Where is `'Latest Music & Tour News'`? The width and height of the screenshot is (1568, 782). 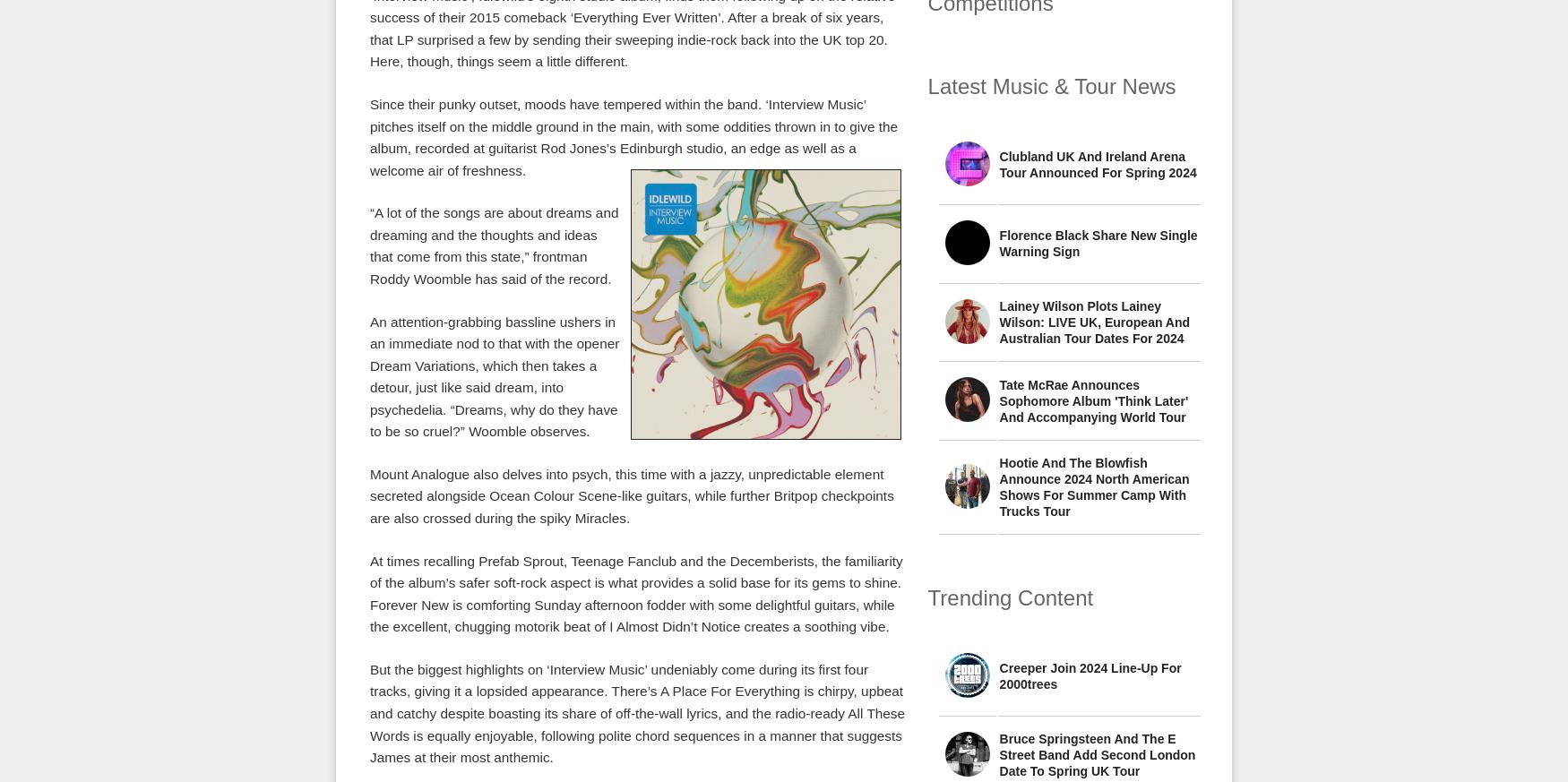 'Latest Music & Tour News' is located at coordinates (1050, 85).